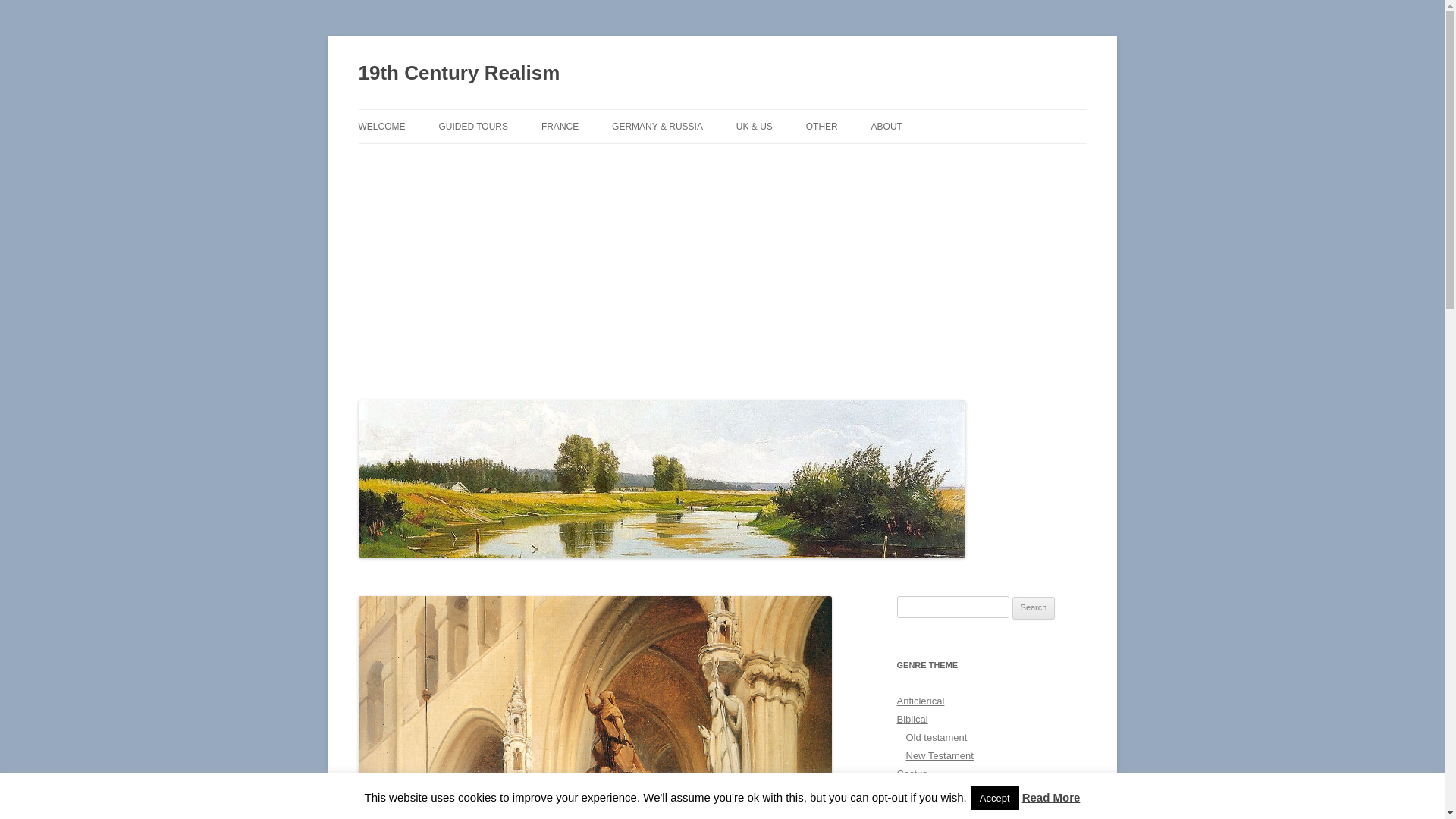 The height and width of the screenshot is (819, 1456). Describe the element at coordinates (541, 125) in the screenshot. I see `'FRANCE'` at that location.